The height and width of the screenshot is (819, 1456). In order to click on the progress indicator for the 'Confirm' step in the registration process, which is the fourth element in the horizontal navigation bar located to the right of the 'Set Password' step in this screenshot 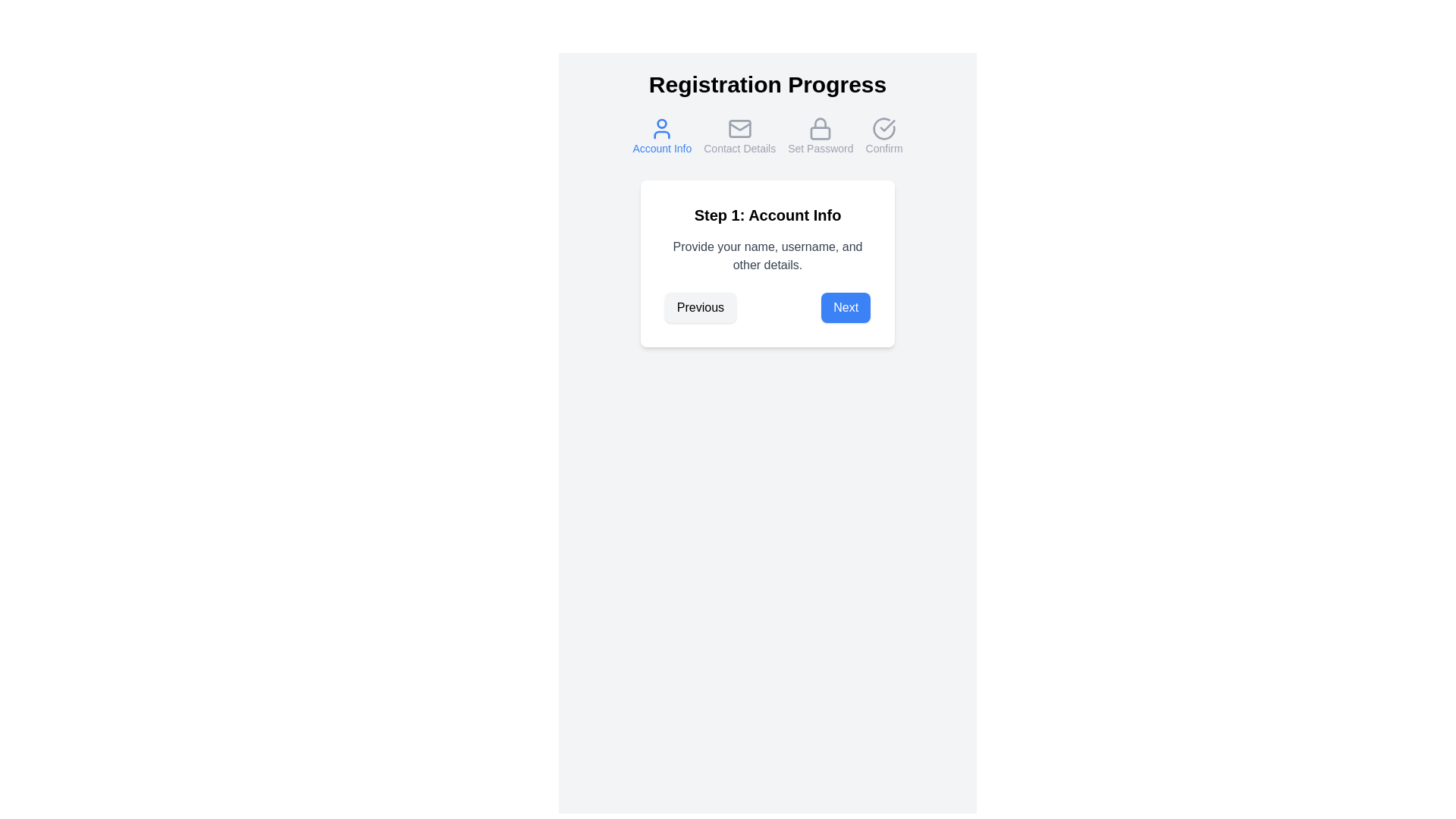, I will do `click(884, 136)`.